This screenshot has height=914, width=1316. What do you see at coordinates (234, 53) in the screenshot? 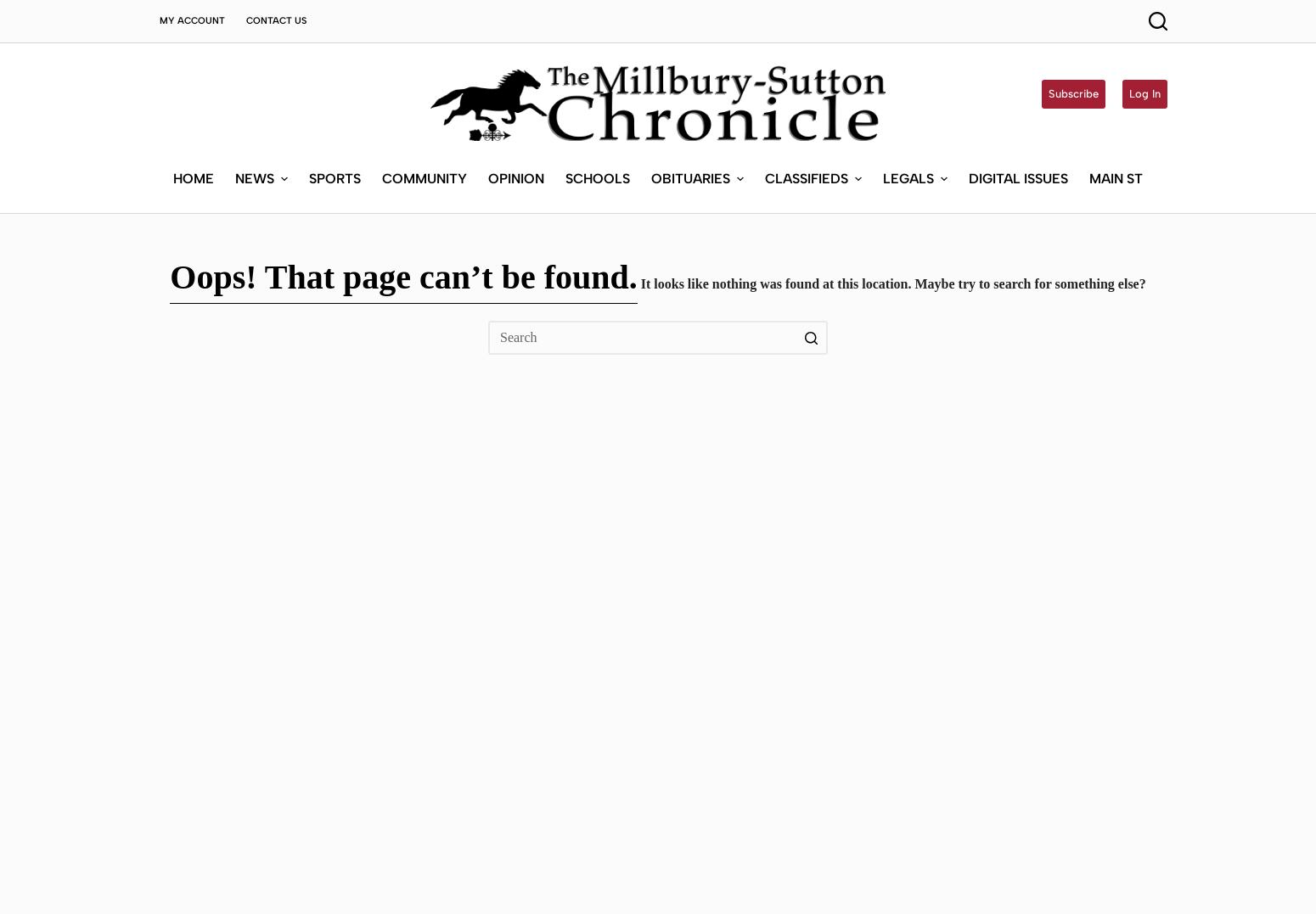
I see `'News'` at bounding box center [234, 53].